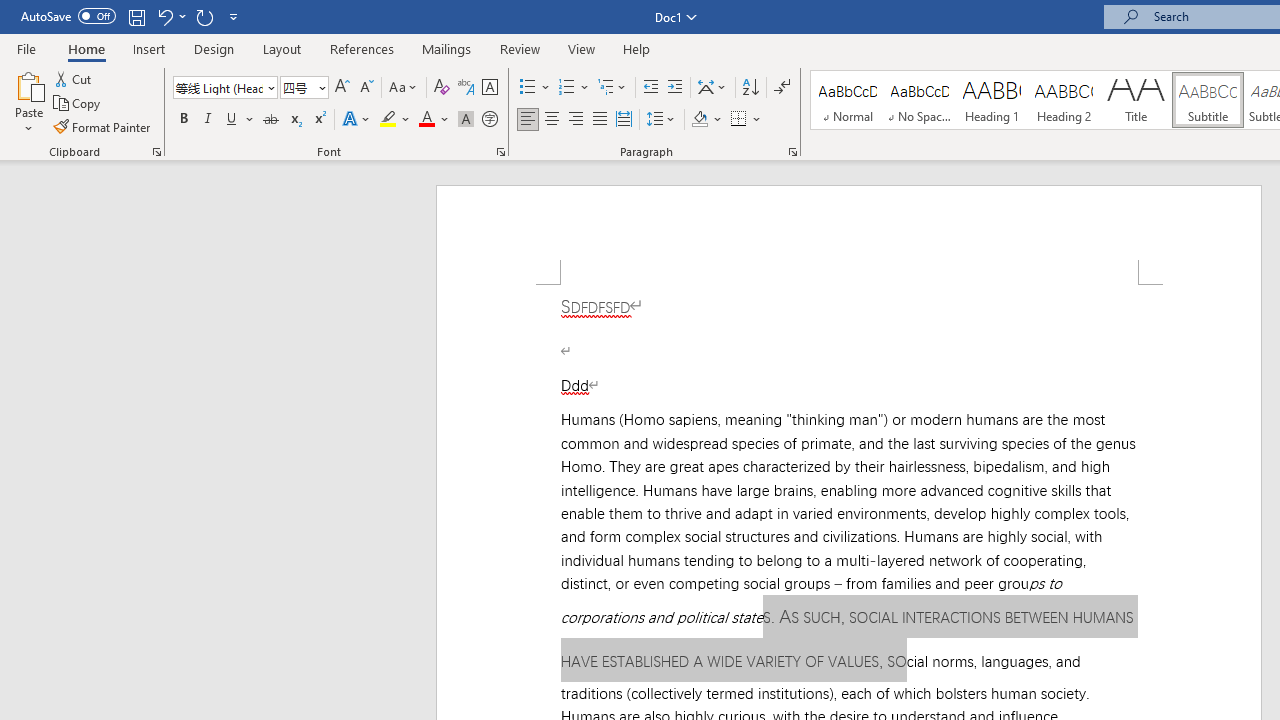  I want to click on 'Undo Style', so click(170, 16).